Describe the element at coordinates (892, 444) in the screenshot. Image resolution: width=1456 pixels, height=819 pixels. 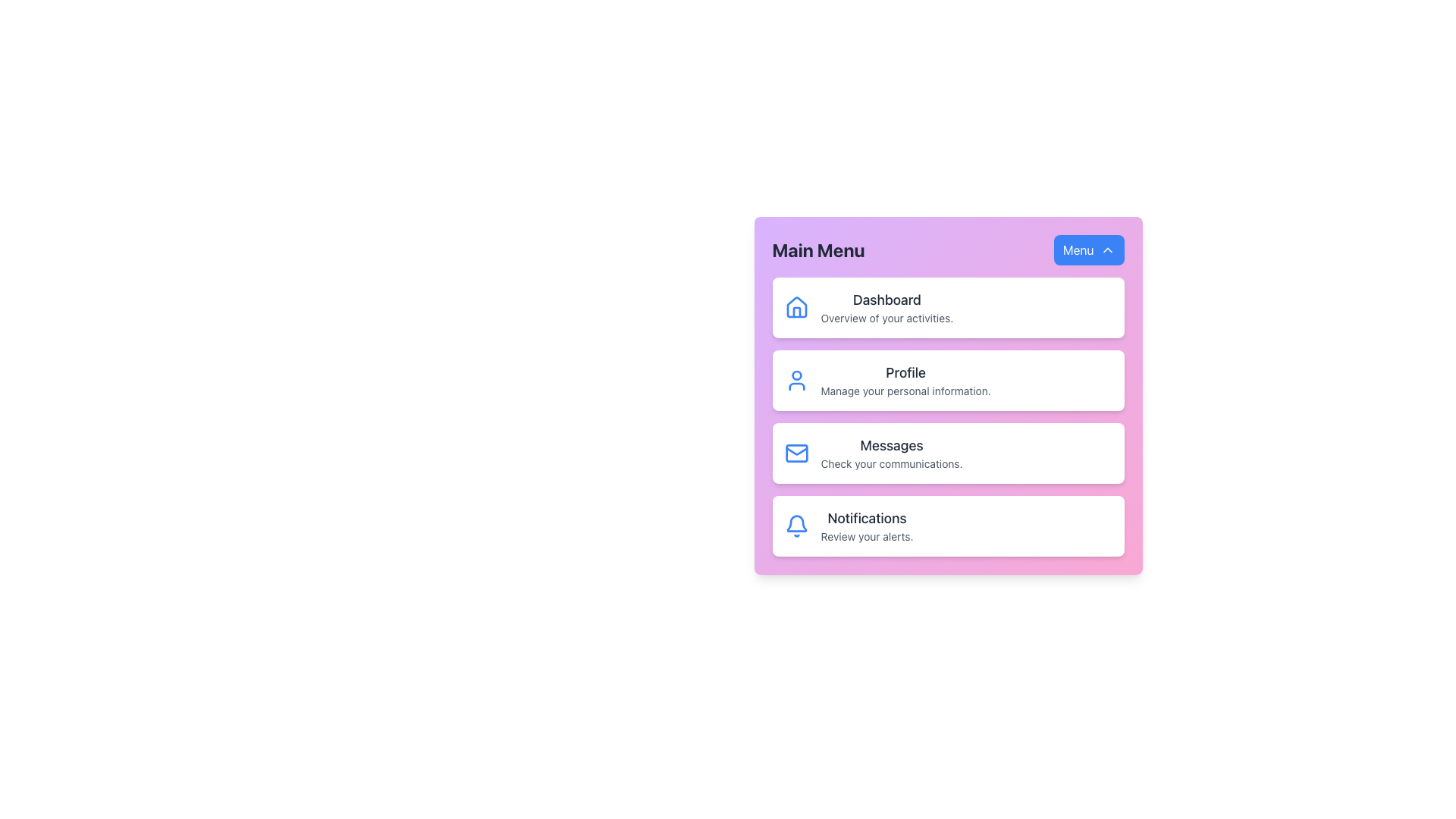
I see `the 'Messages' text label, which is styled with a larger bold font in dark gray, located above the description text in a vertically-oriented menu list` at that location.